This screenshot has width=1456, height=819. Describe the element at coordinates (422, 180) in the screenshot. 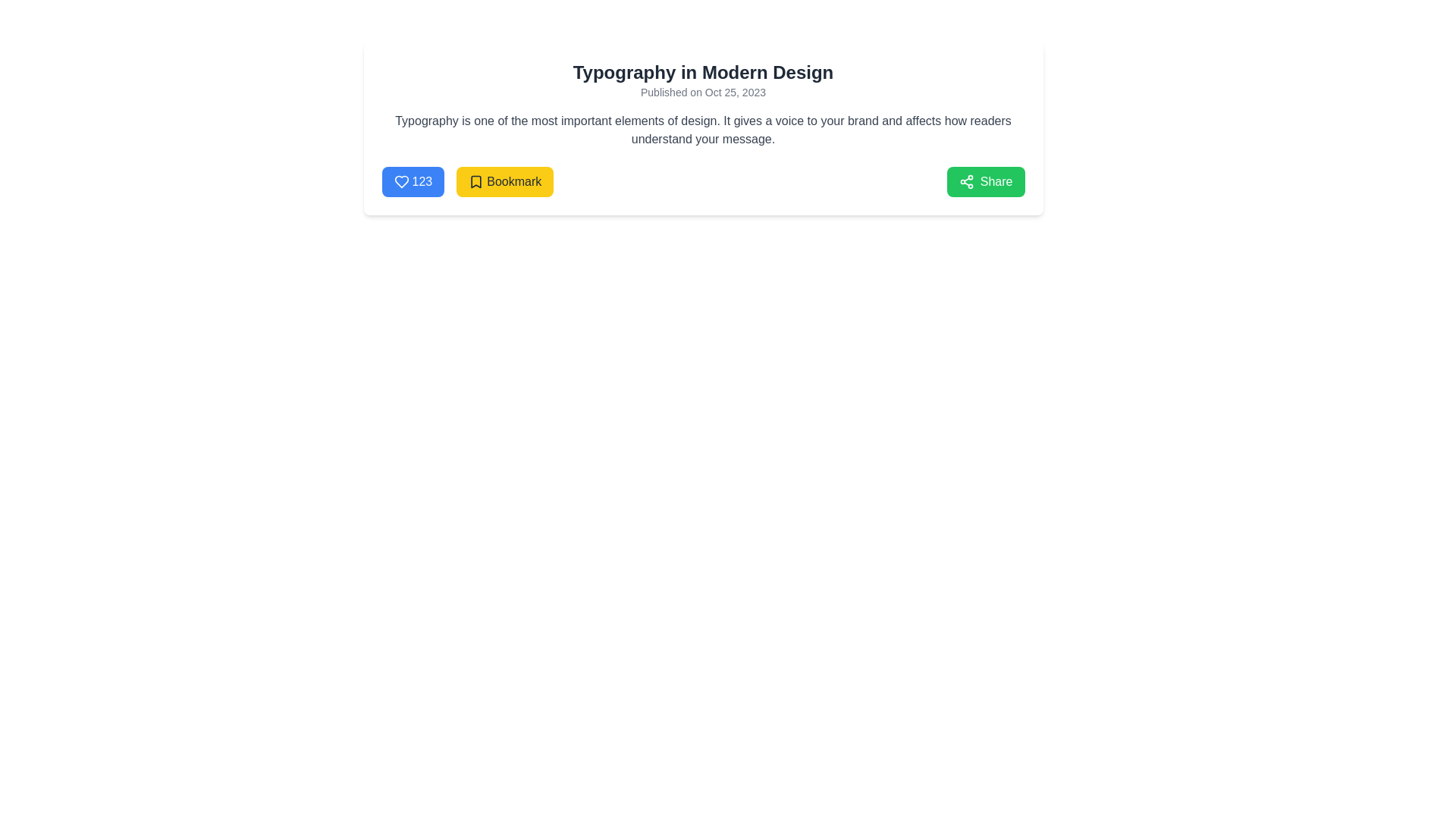

I see `the text label displaying '123' in white text, which is part of a blue button with rounded corners, located to the left of a yellow bookmark button` at that location.